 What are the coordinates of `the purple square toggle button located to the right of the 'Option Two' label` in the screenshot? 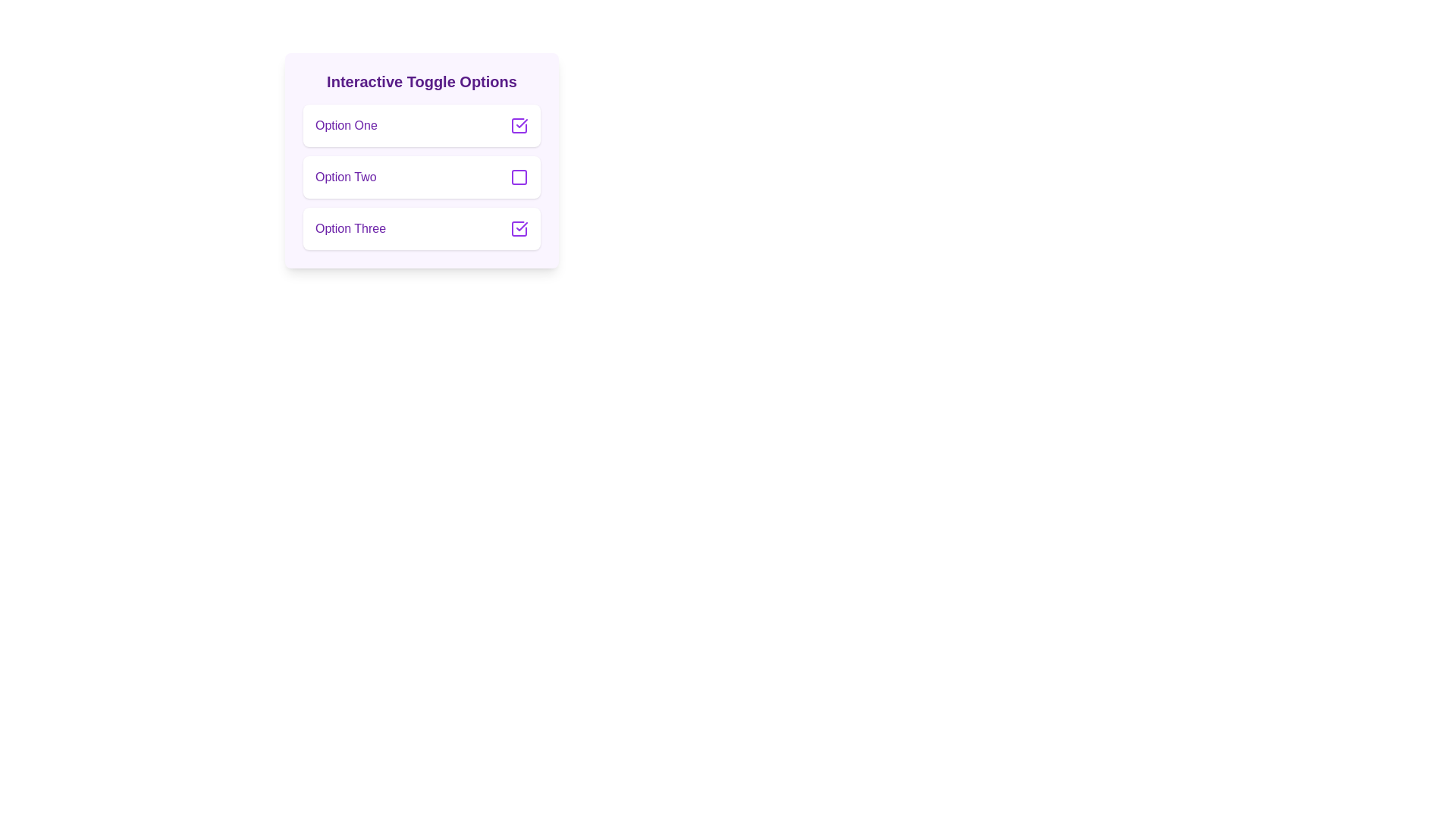 It's located at (519, 177).